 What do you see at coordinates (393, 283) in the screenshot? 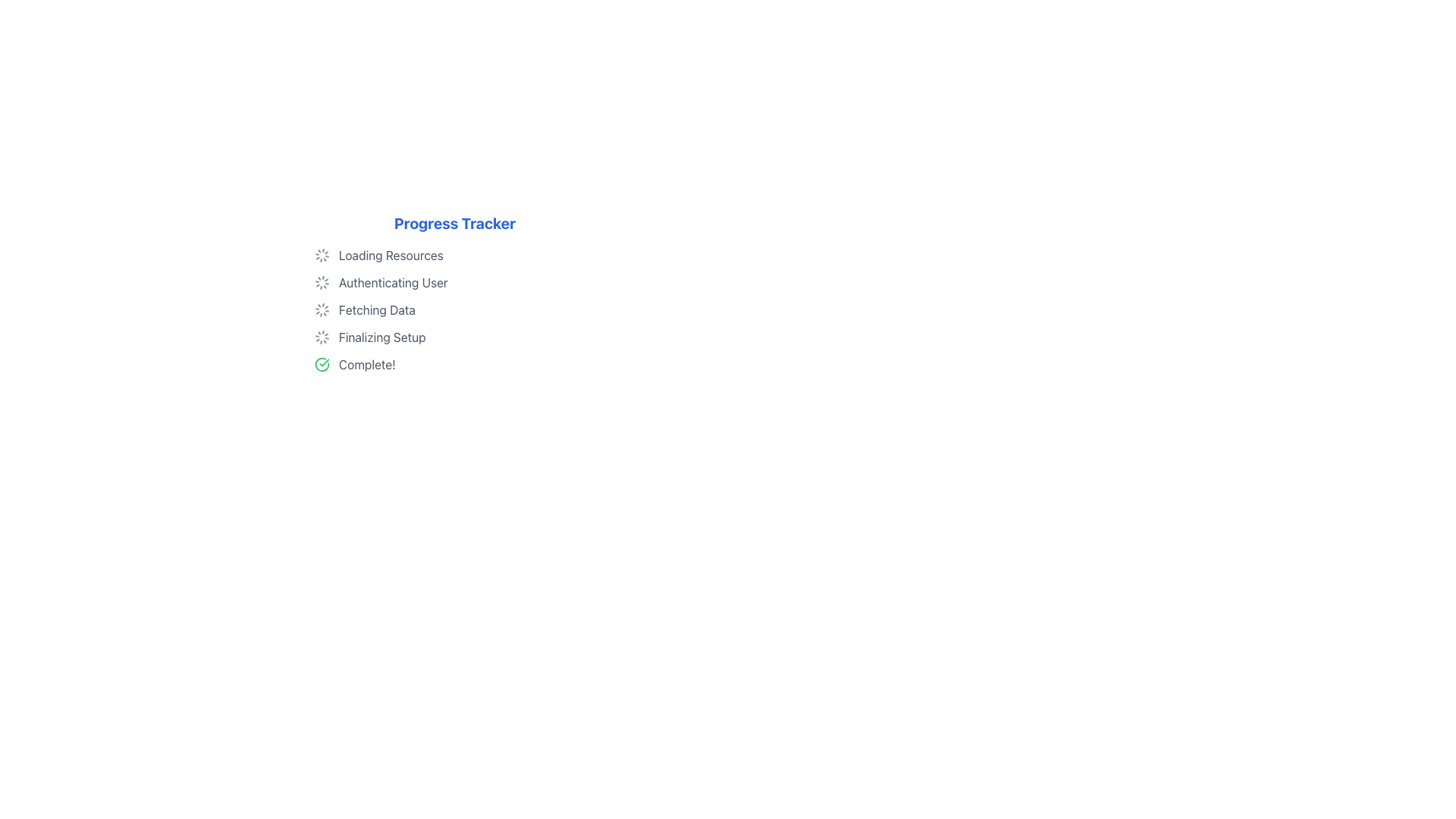
I see `the static text label indicating the user authentication phase in the progress tracker, located below the 'Loading Resources' step and above the 'Fetching Data' step` at bounding box center [393, 283].